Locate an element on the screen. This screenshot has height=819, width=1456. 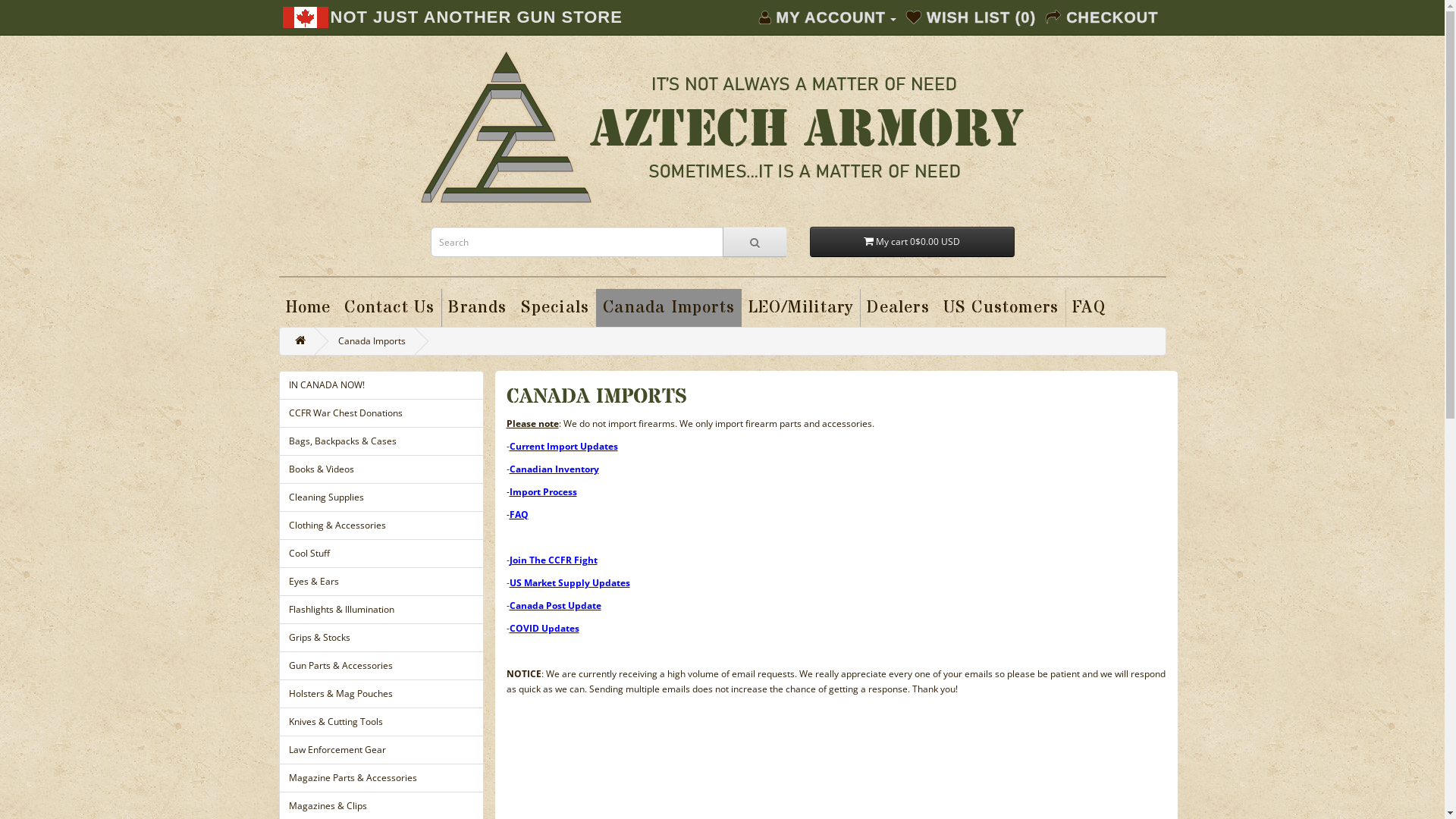
'Holsters & Mag Pouches' is located at coordinates (381, 693).